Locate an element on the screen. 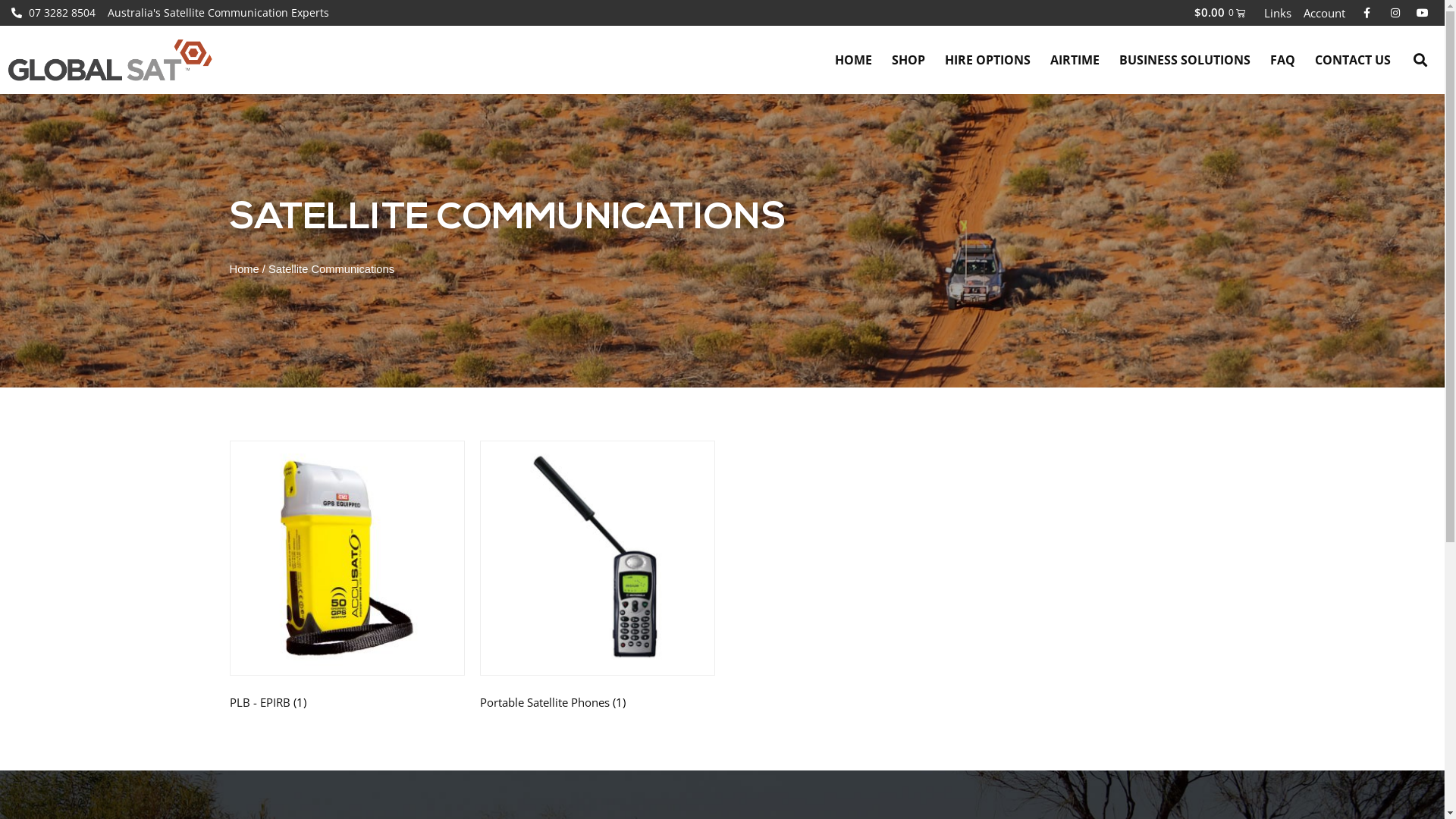 The width and height of the screenshot is (1456, 819). 'FAQ' is located at coordinates (1282, 58).